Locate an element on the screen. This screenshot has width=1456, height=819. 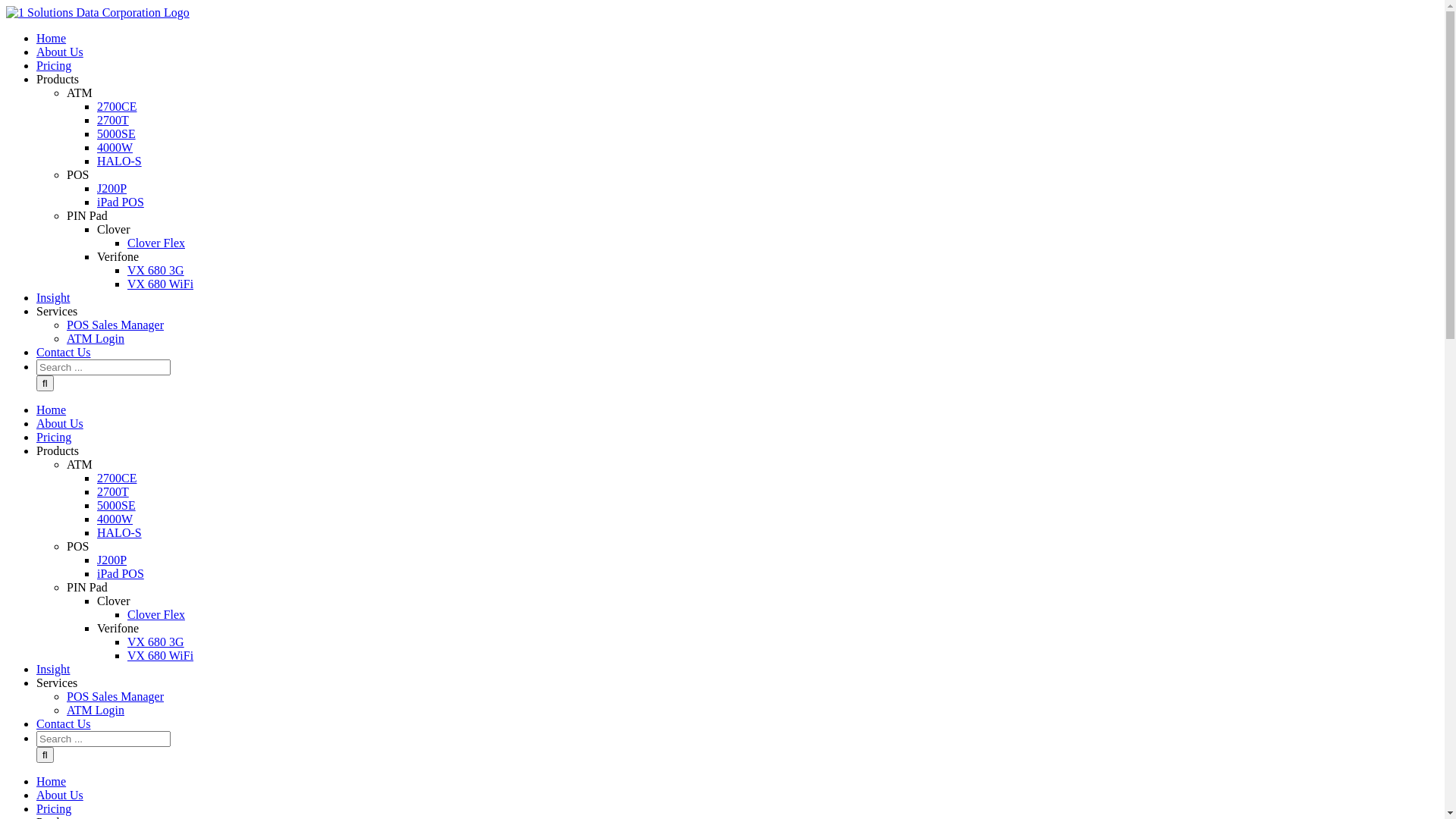
'Products' is located at coordinates (58, 450).